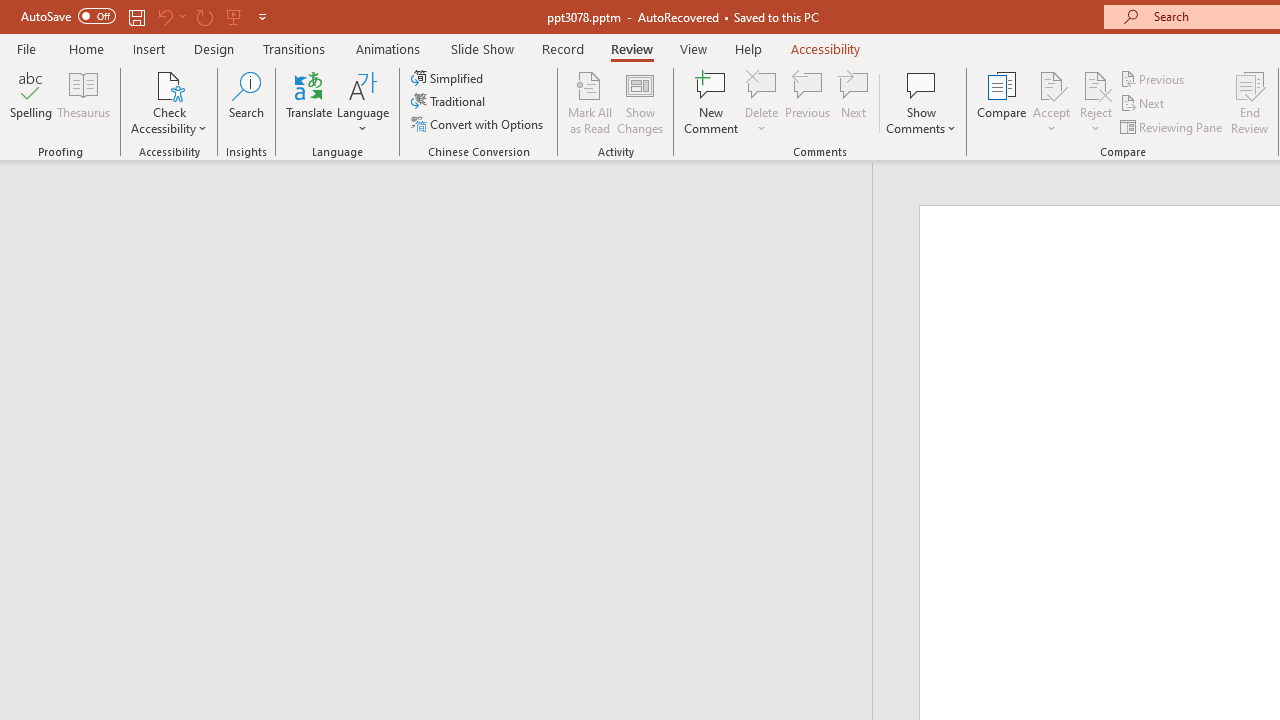  I want to click on 'Translate', so click(308, 103).